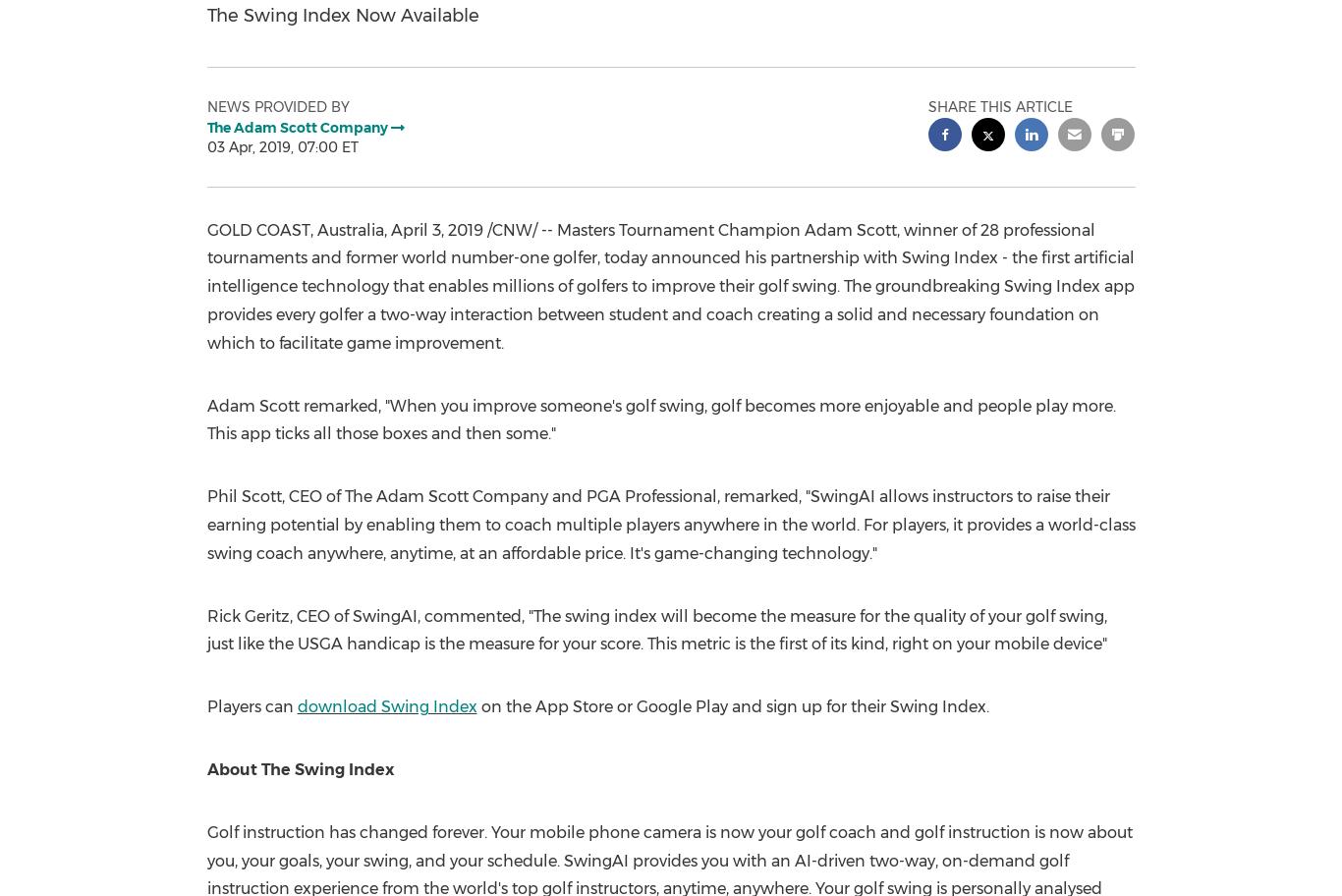 Image resolution: width=1342 pixels, height=896 pixels. Describe the element at coordinates (758, 495) in the screenshot. I see `'remarked'` at that location.